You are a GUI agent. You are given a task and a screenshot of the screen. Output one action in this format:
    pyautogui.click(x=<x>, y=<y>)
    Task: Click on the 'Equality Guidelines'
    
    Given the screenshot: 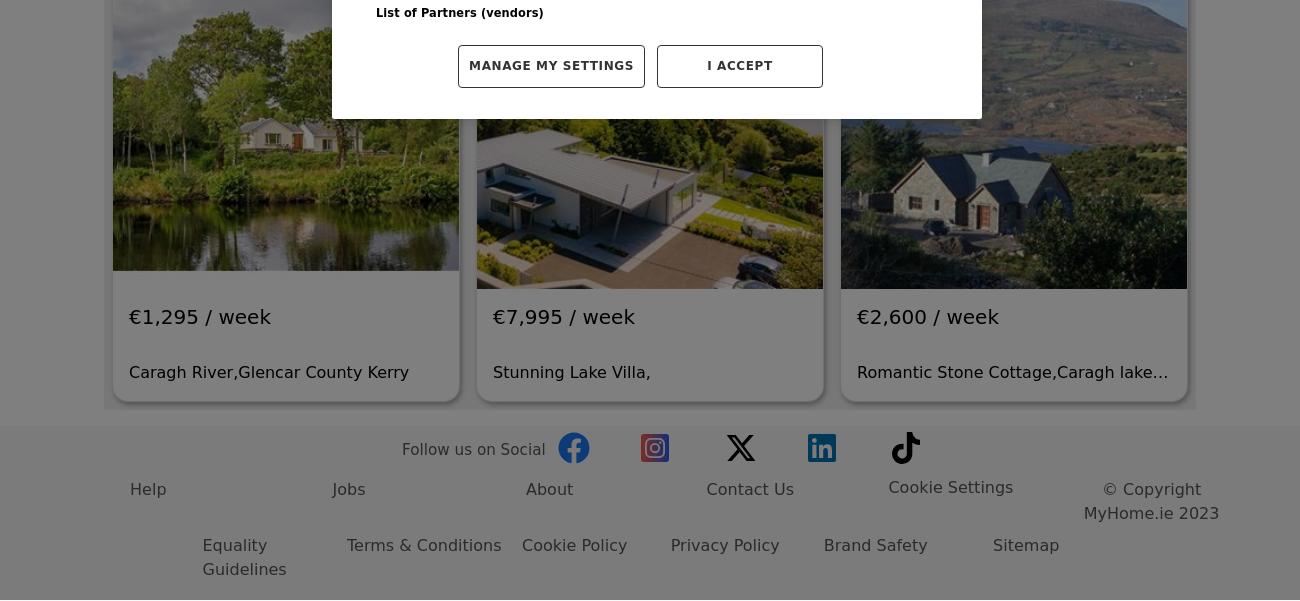 What is the action you would take?
    pyautogui.click(x=243, y=356)
    